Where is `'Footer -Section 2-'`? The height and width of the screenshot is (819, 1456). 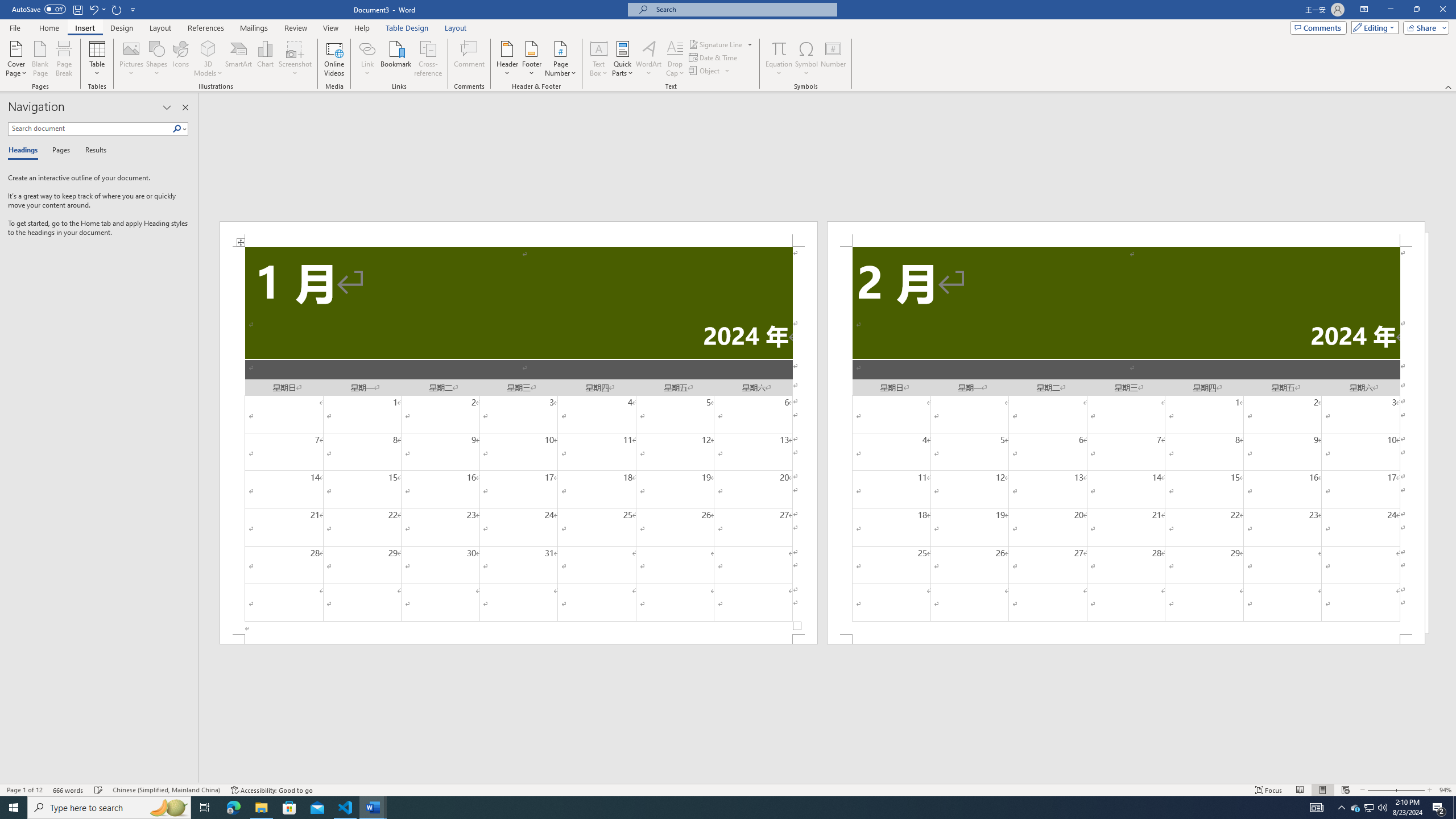
'Footer -Section 2-' is located at coordinates (1126, 638).